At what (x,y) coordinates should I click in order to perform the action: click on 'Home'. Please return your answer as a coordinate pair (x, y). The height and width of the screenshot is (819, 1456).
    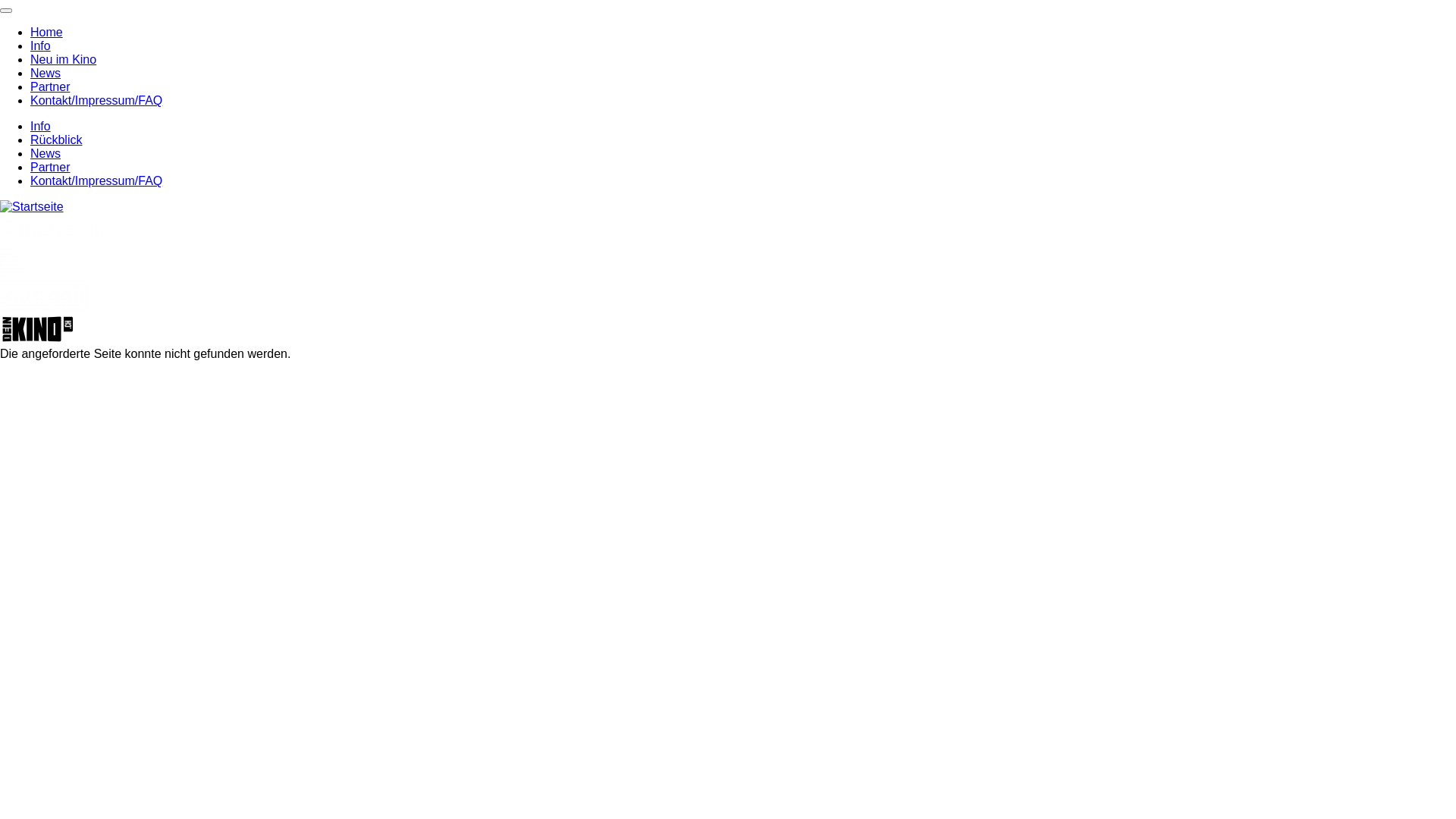
    Looking at the image, I should click on (46, 32).